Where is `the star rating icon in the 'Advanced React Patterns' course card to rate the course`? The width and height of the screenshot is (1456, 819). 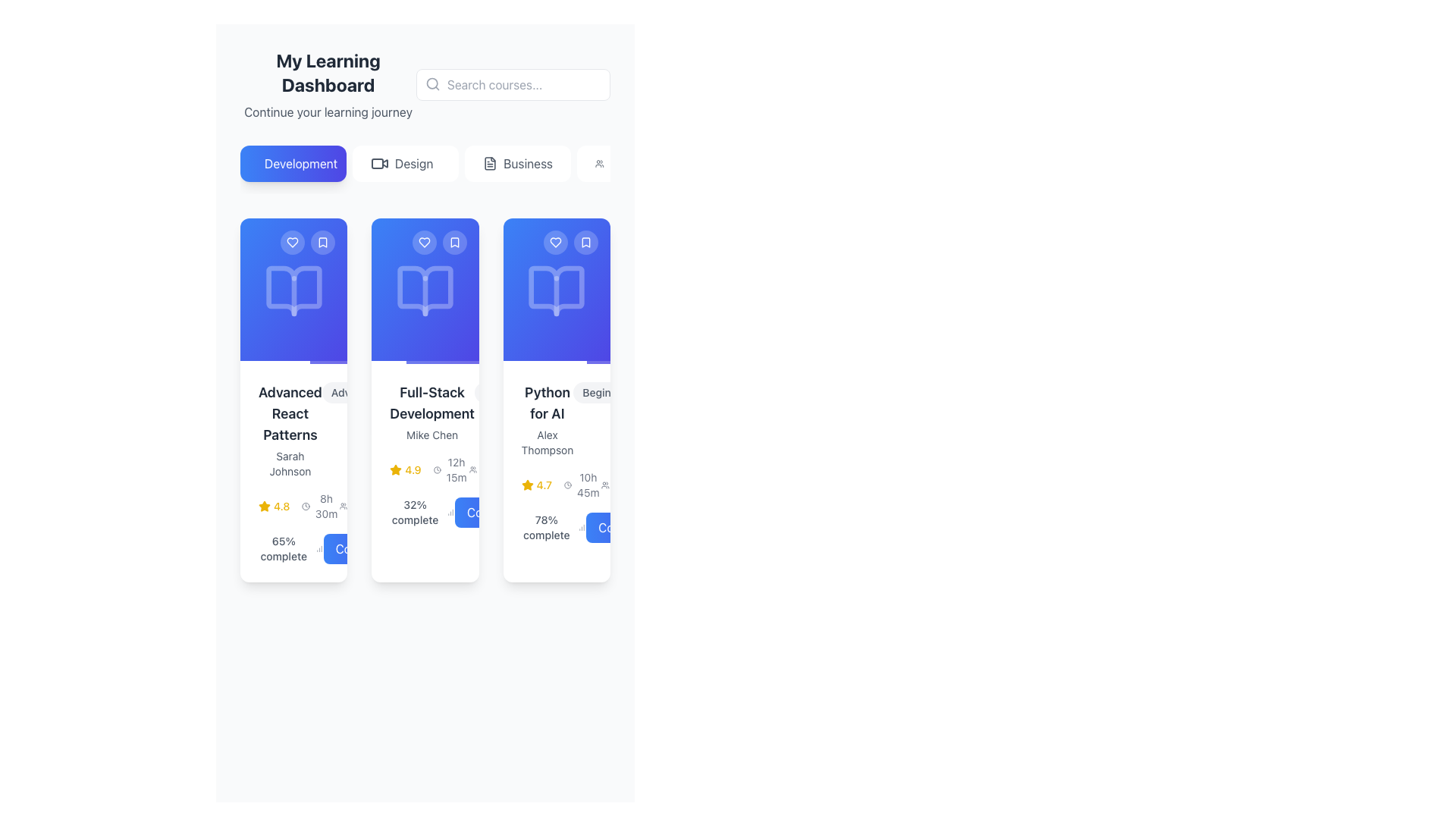 the star rating icon in the 'Advanced React Patterns' course card to rate the course is located at coordinates (293, 472).